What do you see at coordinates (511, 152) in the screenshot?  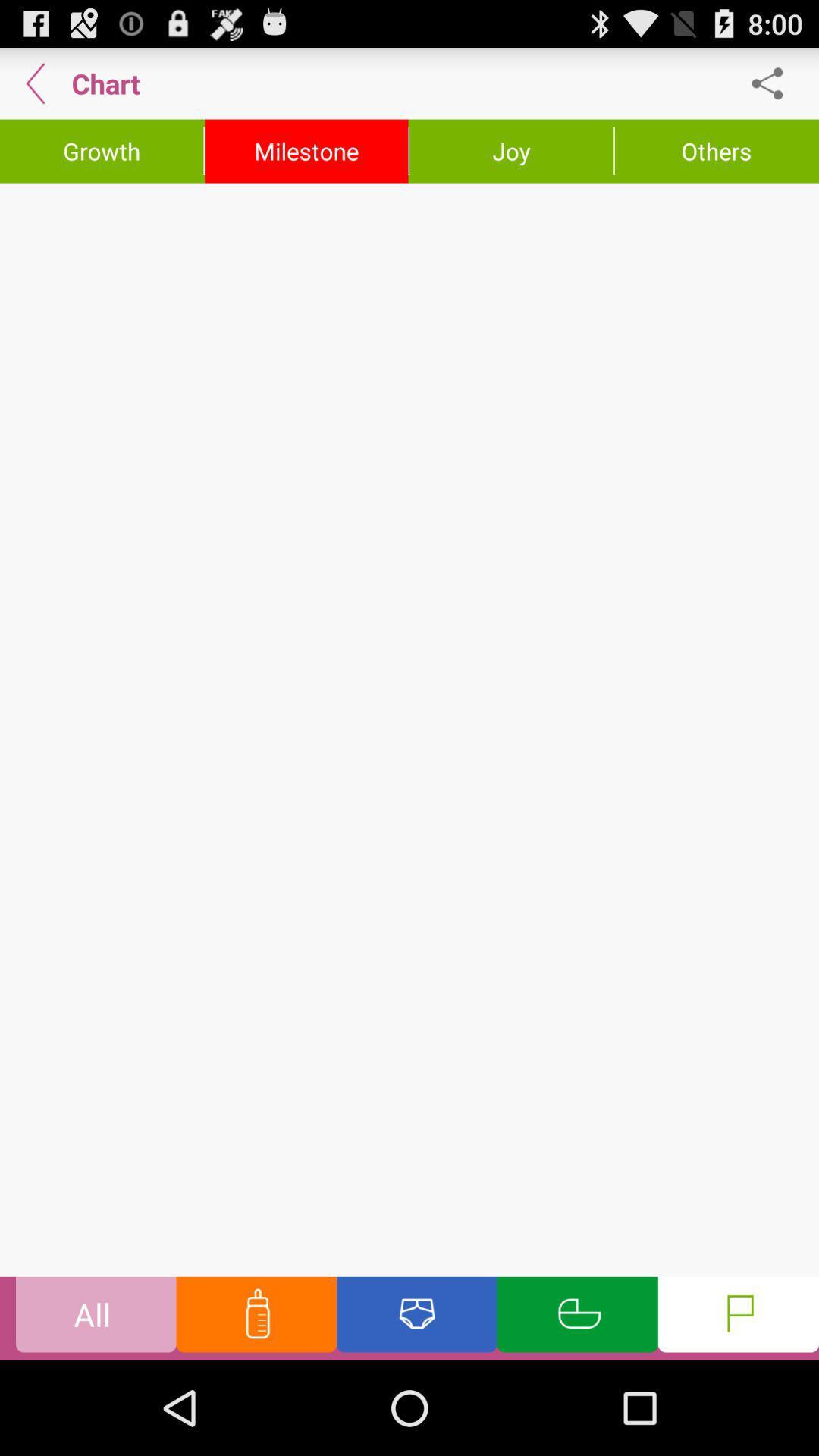 I see `joy` at bounding box center [511, 152].